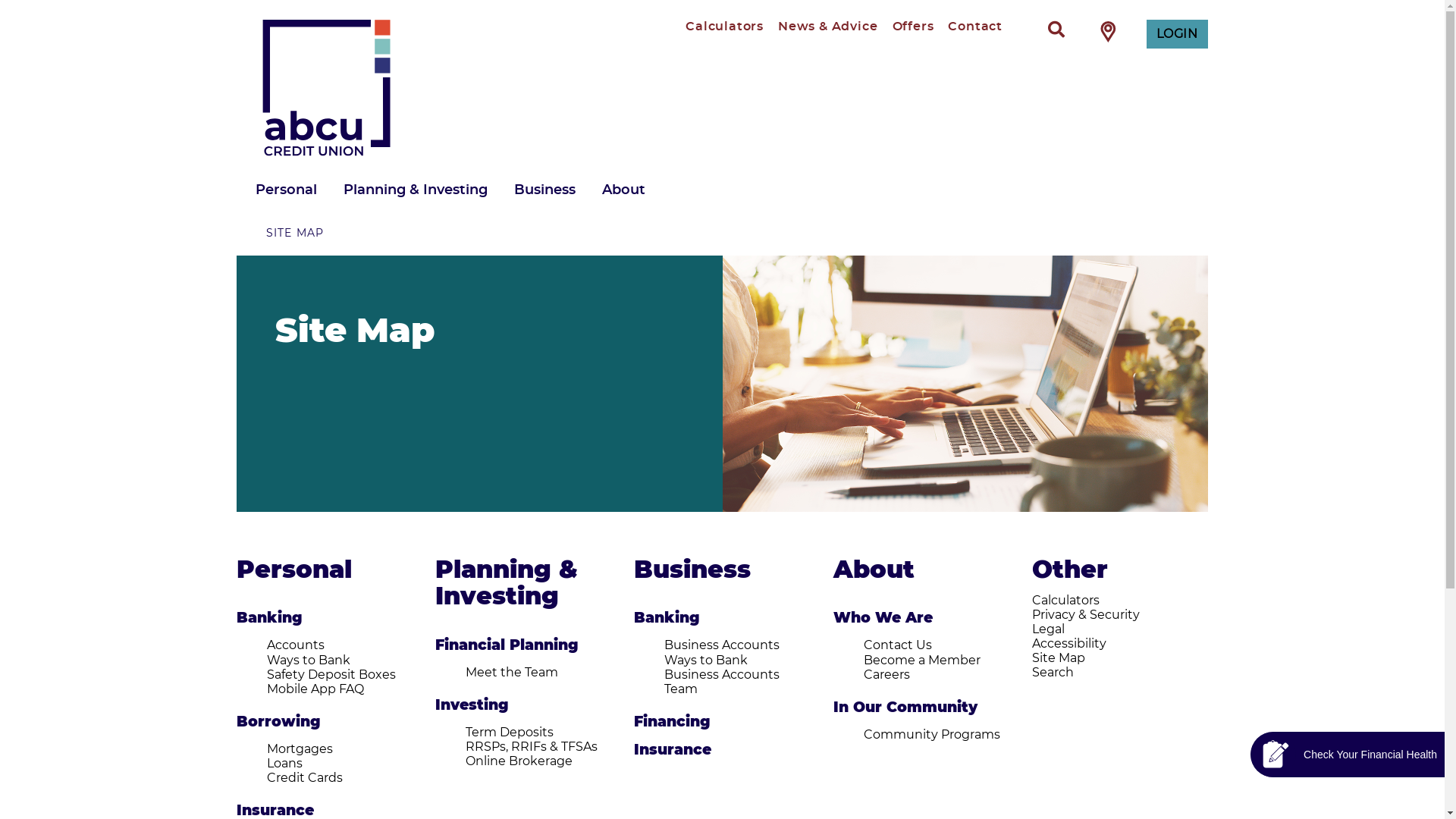  What do you see at coordinates (512, 672) in the screenshot?
I see `'Meet the Team'` at bounding box center [512, 672].